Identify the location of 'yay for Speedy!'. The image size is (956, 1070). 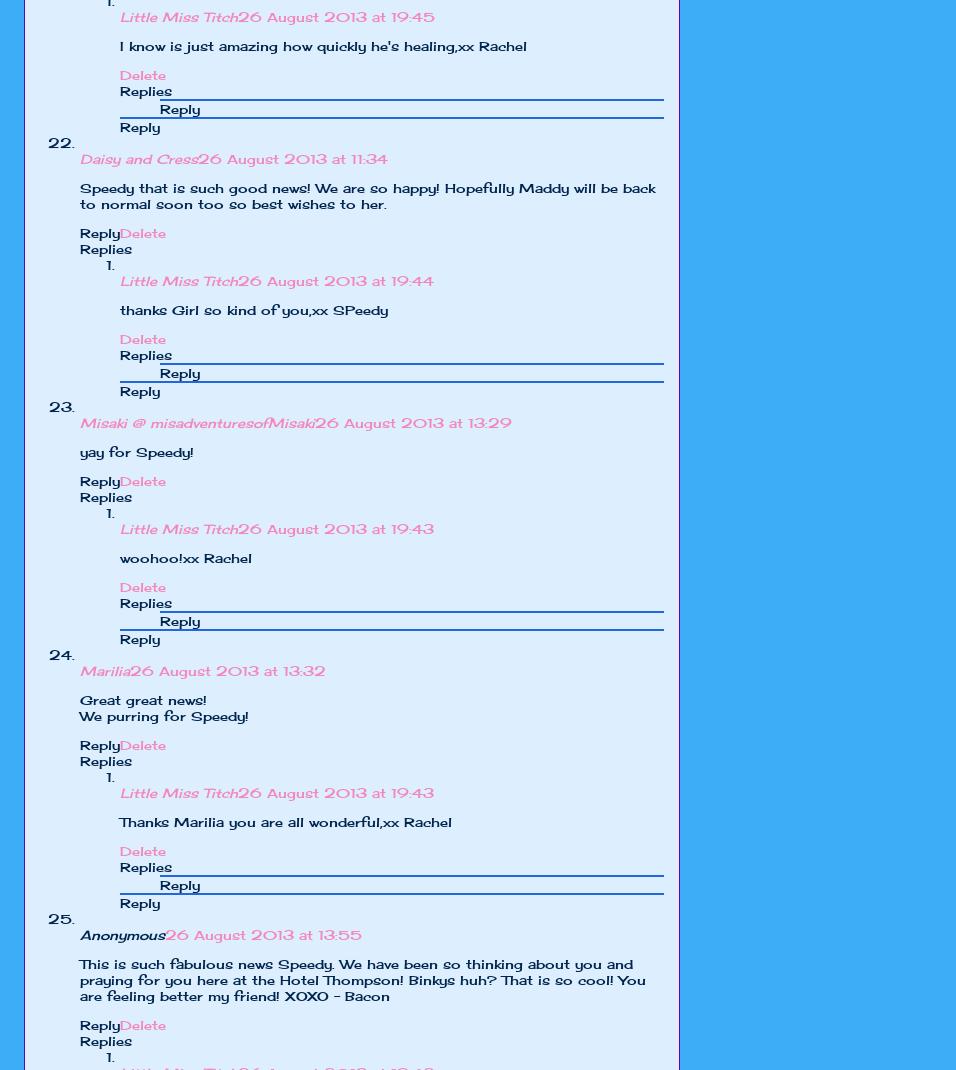
(136, 451).